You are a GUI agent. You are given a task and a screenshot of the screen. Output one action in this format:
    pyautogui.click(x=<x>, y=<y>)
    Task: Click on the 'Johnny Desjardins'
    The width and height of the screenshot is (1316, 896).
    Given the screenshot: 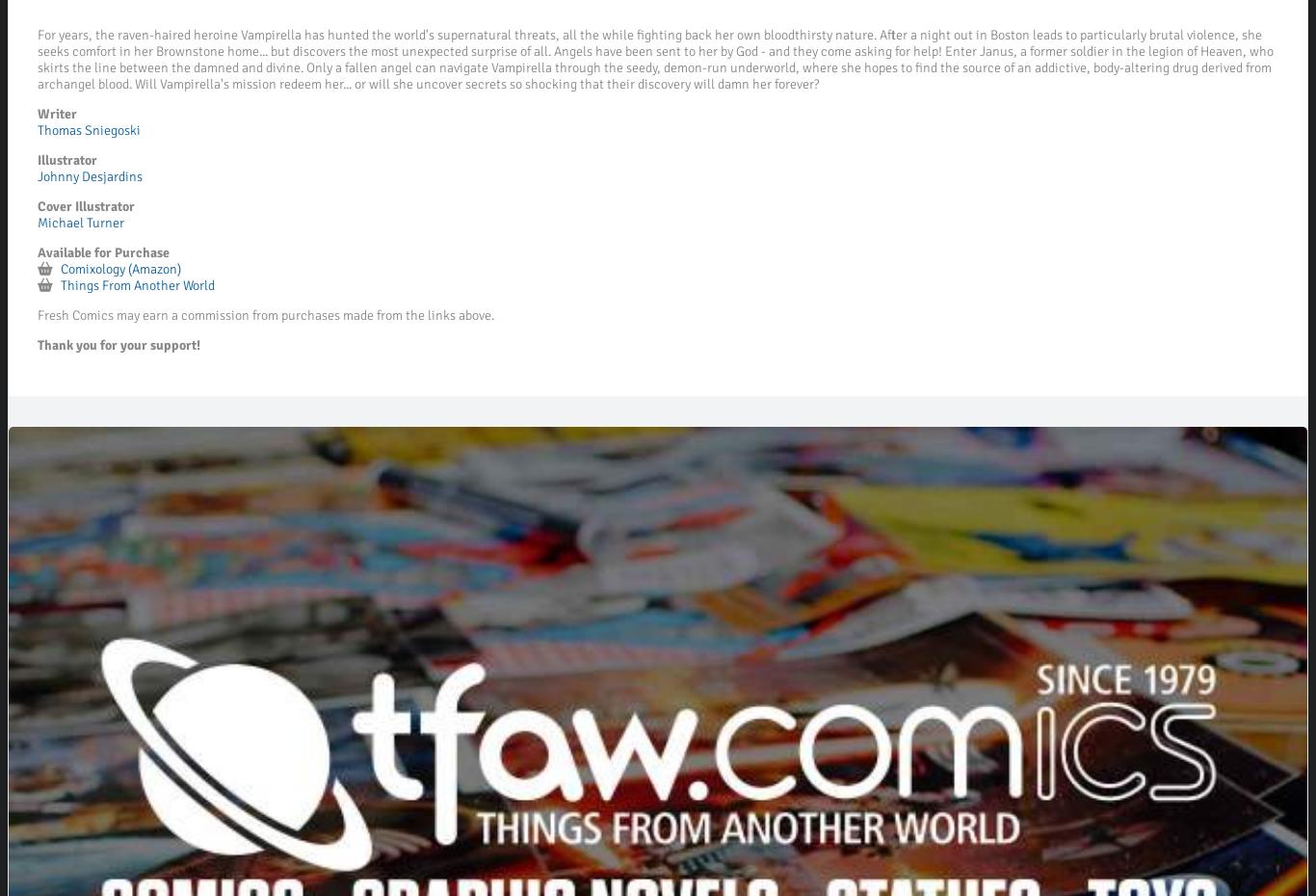 What is the action you would take?
    pyautogui.click(x=90, y=175)
    